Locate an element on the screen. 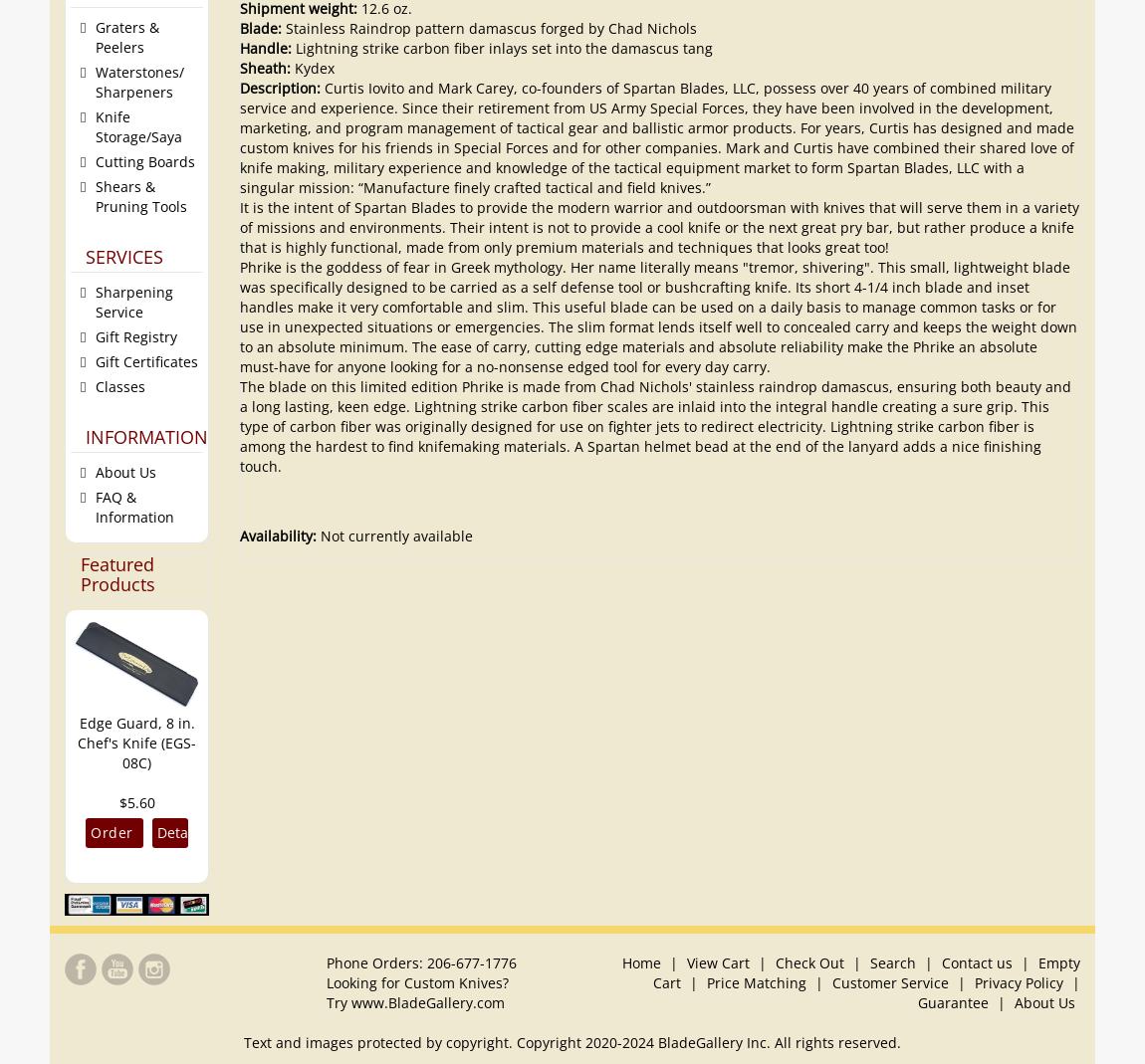 The image size is (1145, 1064). 'Contact us' is located at coordinates (977, 961).